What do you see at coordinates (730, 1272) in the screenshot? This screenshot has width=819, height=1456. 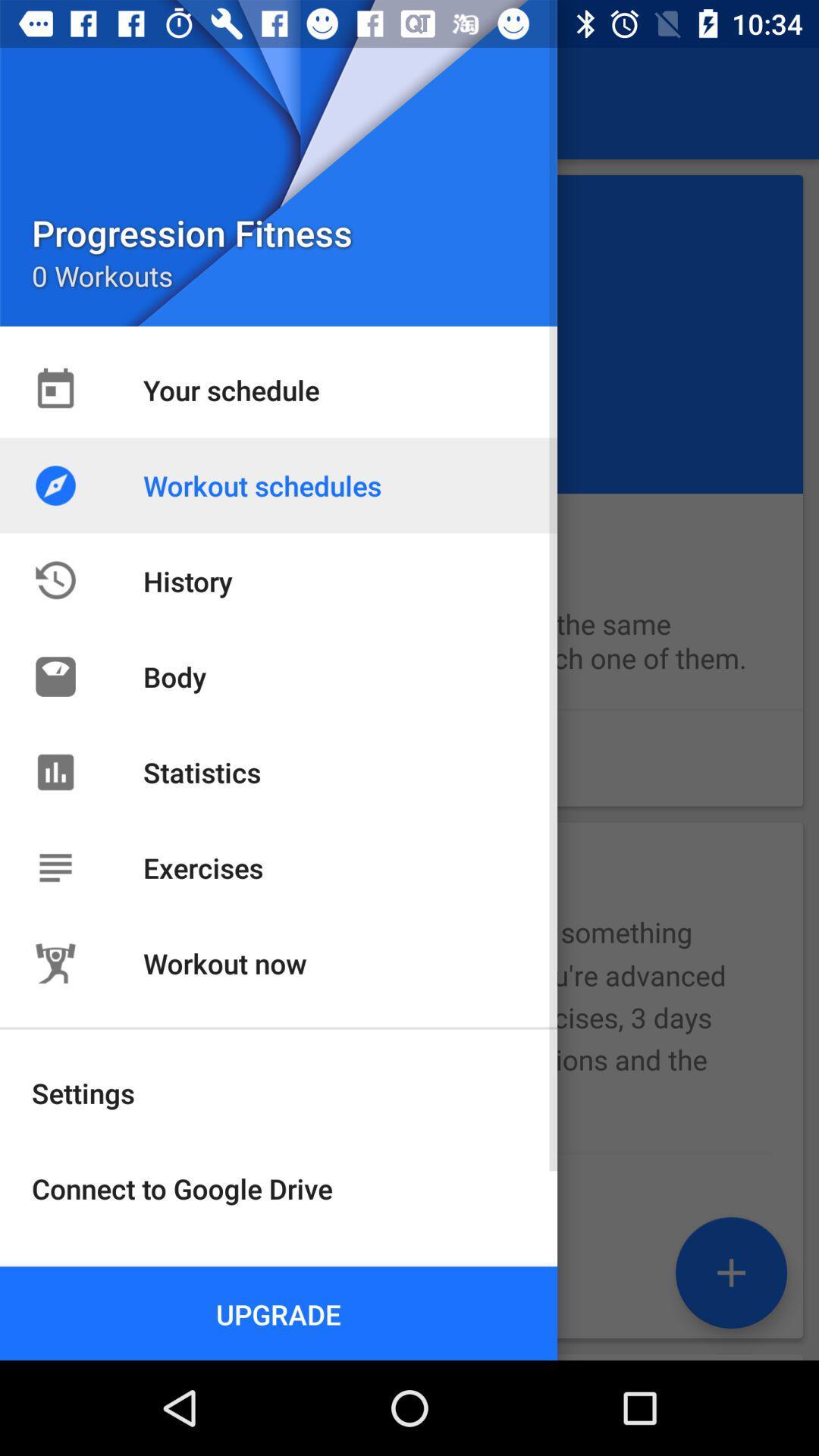 I see `the add icon` at bounding box center [730, 1272].